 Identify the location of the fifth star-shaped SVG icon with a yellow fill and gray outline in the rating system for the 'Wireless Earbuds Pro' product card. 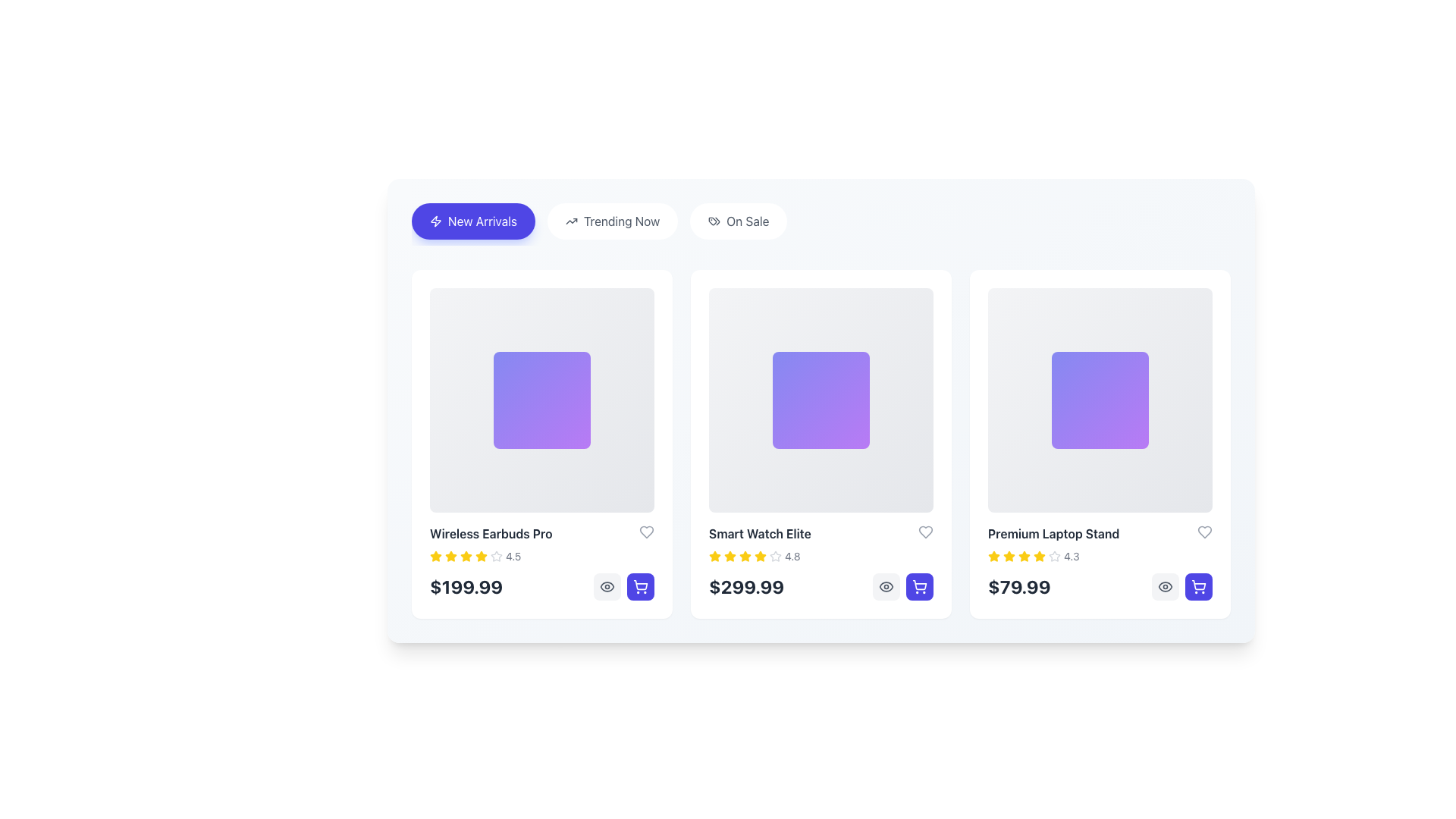
(465, 556).